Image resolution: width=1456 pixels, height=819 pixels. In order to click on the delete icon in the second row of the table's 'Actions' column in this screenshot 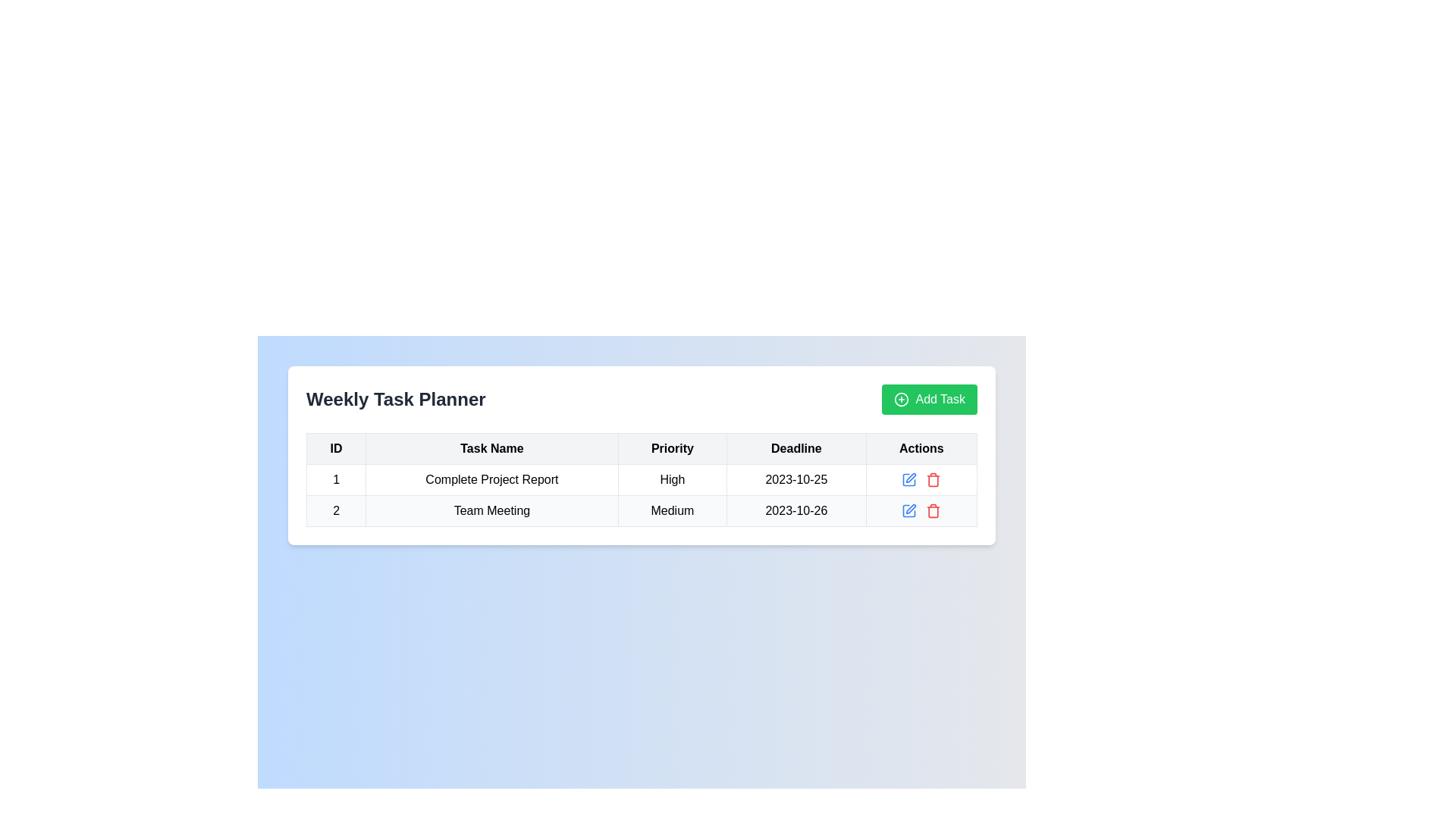, I will do `click(933, 511)`.